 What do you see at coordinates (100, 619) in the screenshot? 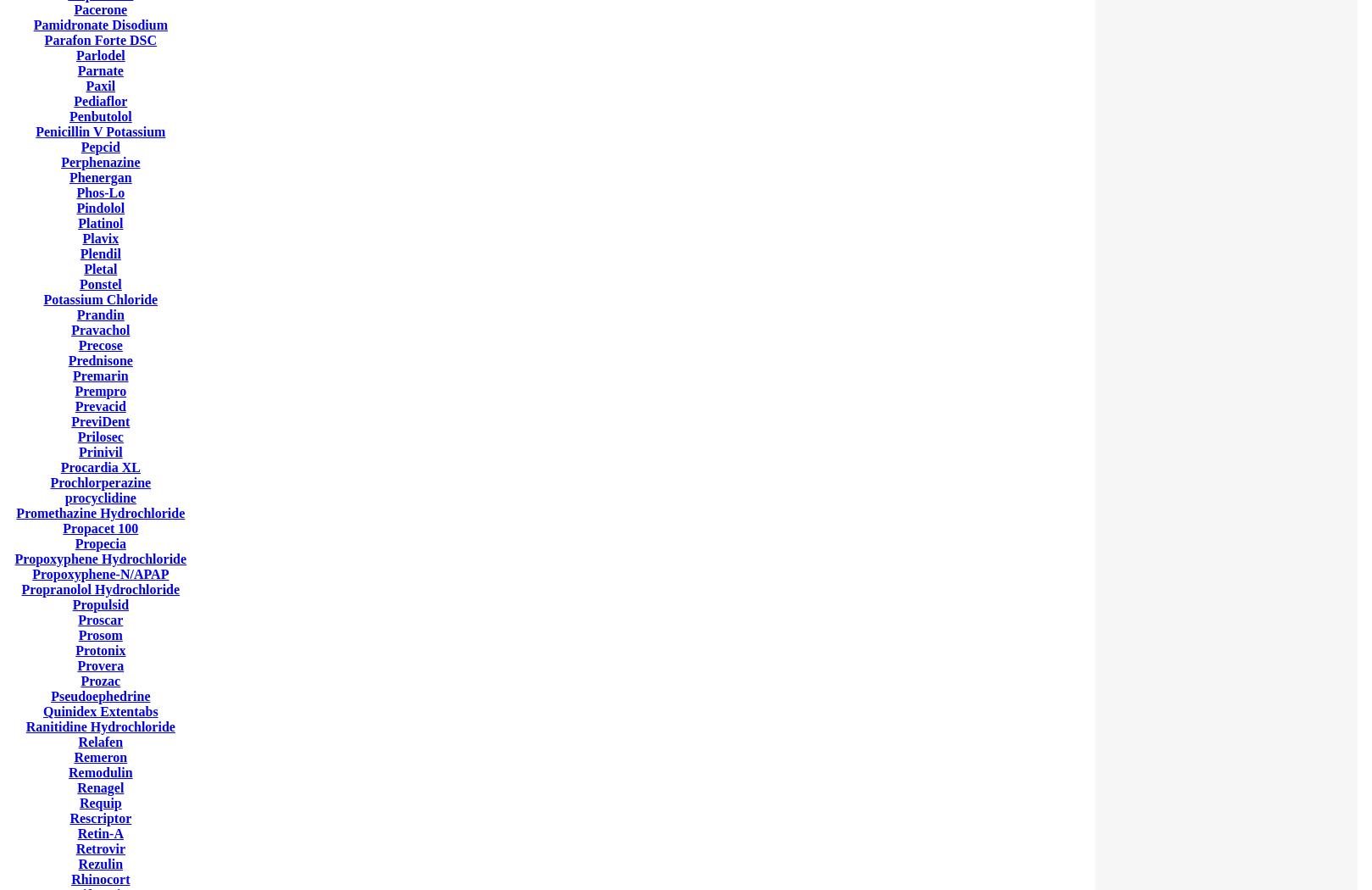
I see `'Proscar'` at bounding box center [100, 619].